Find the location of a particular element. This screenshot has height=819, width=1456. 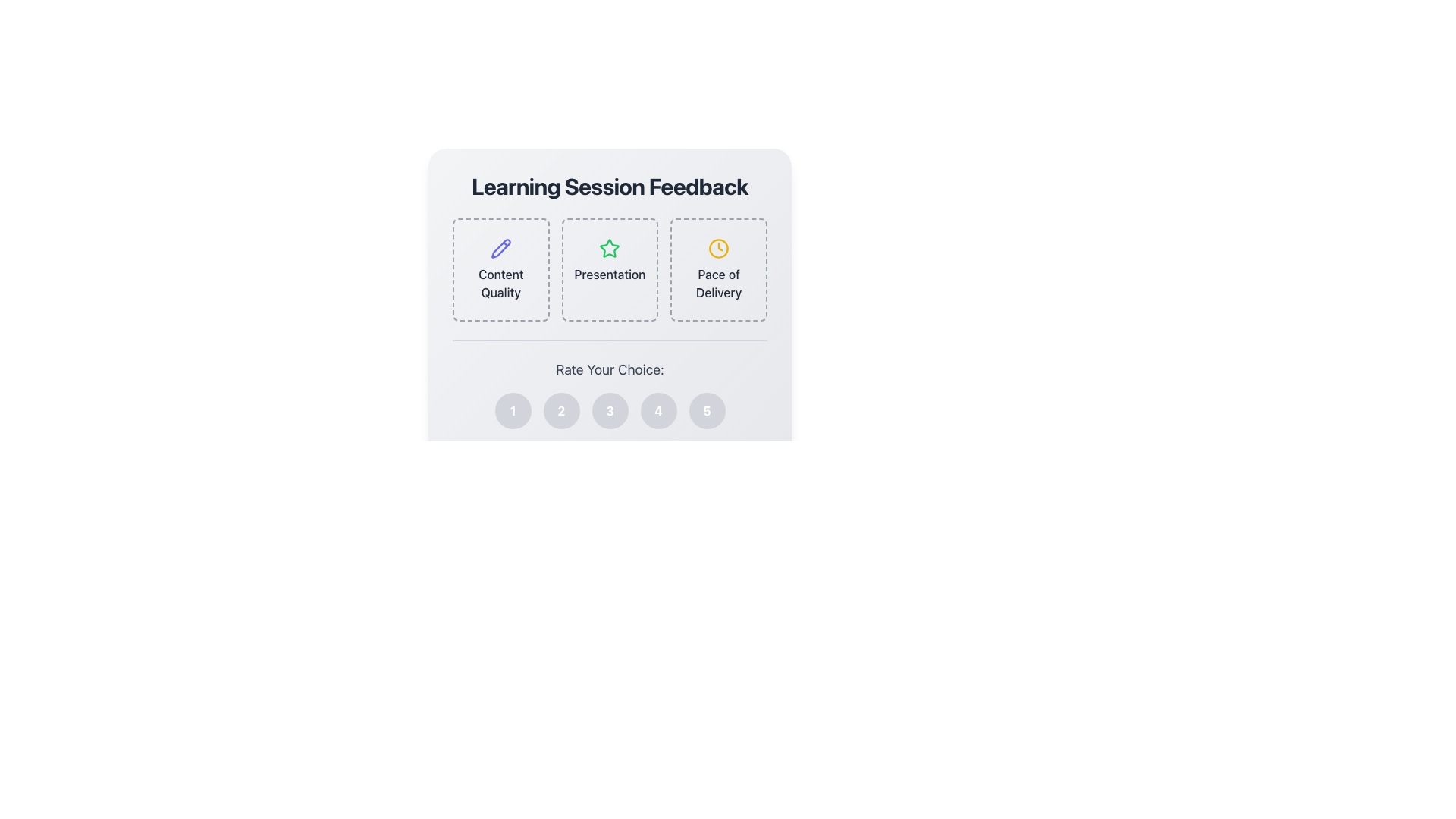

the vibrant indigo pencil-shaped icon with a dashed border located in the 'Content Quality' section is located at coordinates (500, 247).